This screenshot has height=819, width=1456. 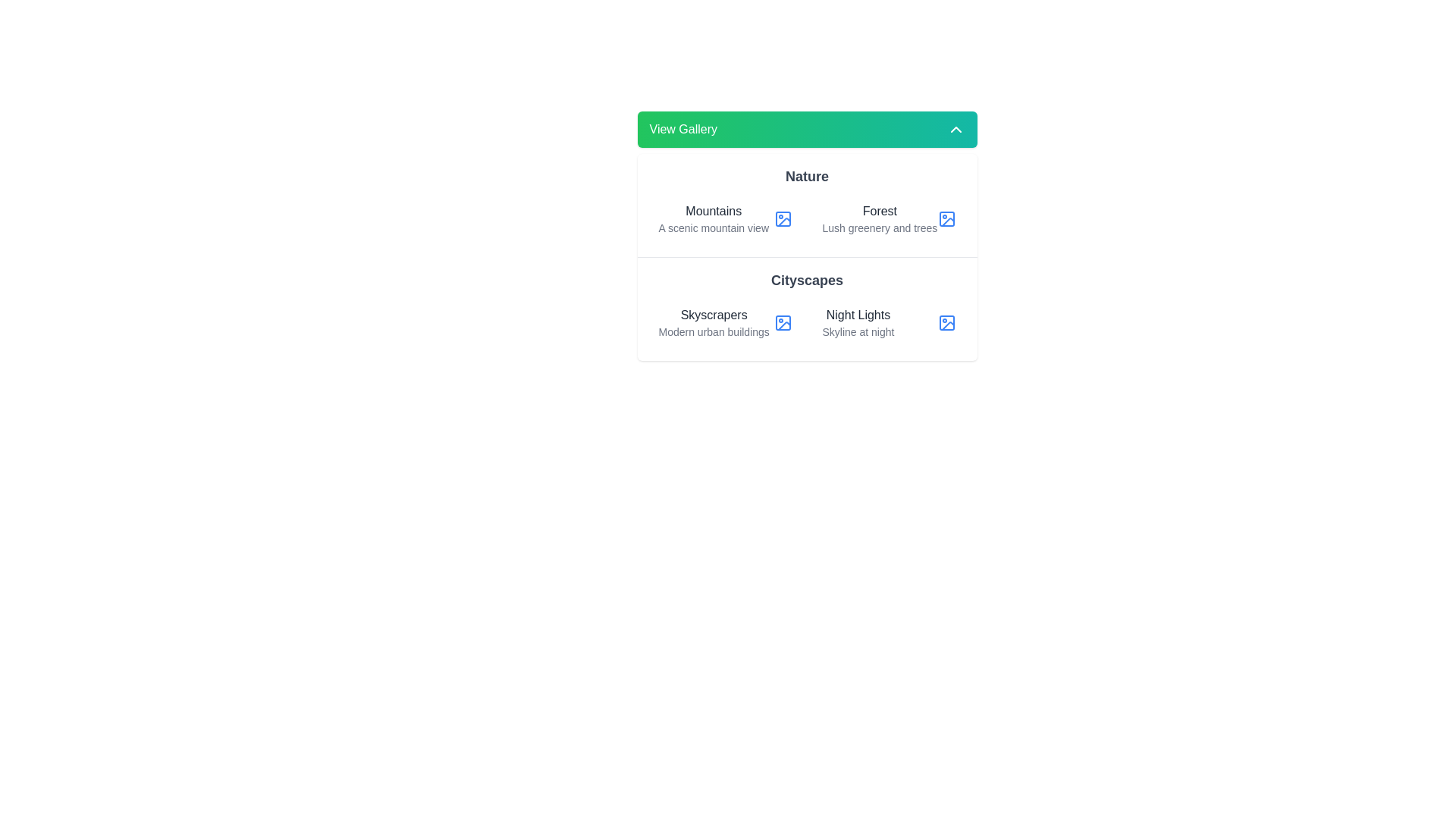 What do you see at coordinates (783, 219) in the screenshot?
I see `the blue image icon depicting a pictogram with a circular and angled line design, located in the top-left section of the 'Nature' category adjacent to the text 'Mountains.'` at bounding box center [783, 219].